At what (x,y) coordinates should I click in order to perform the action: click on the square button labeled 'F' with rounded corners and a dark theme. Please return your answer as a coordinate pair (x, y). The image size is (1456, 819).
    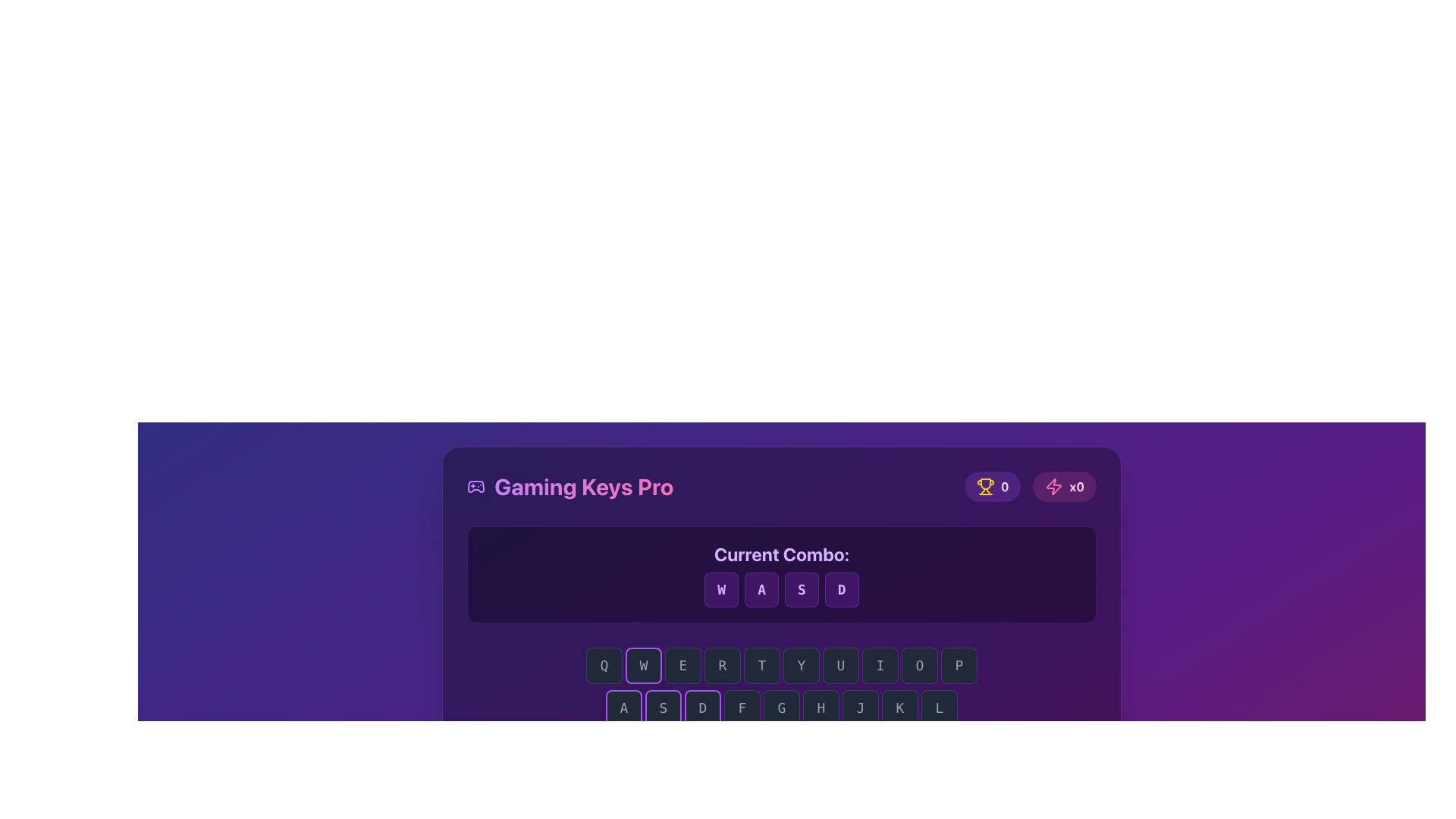
    Looking at the image, I should click on (742, 708).